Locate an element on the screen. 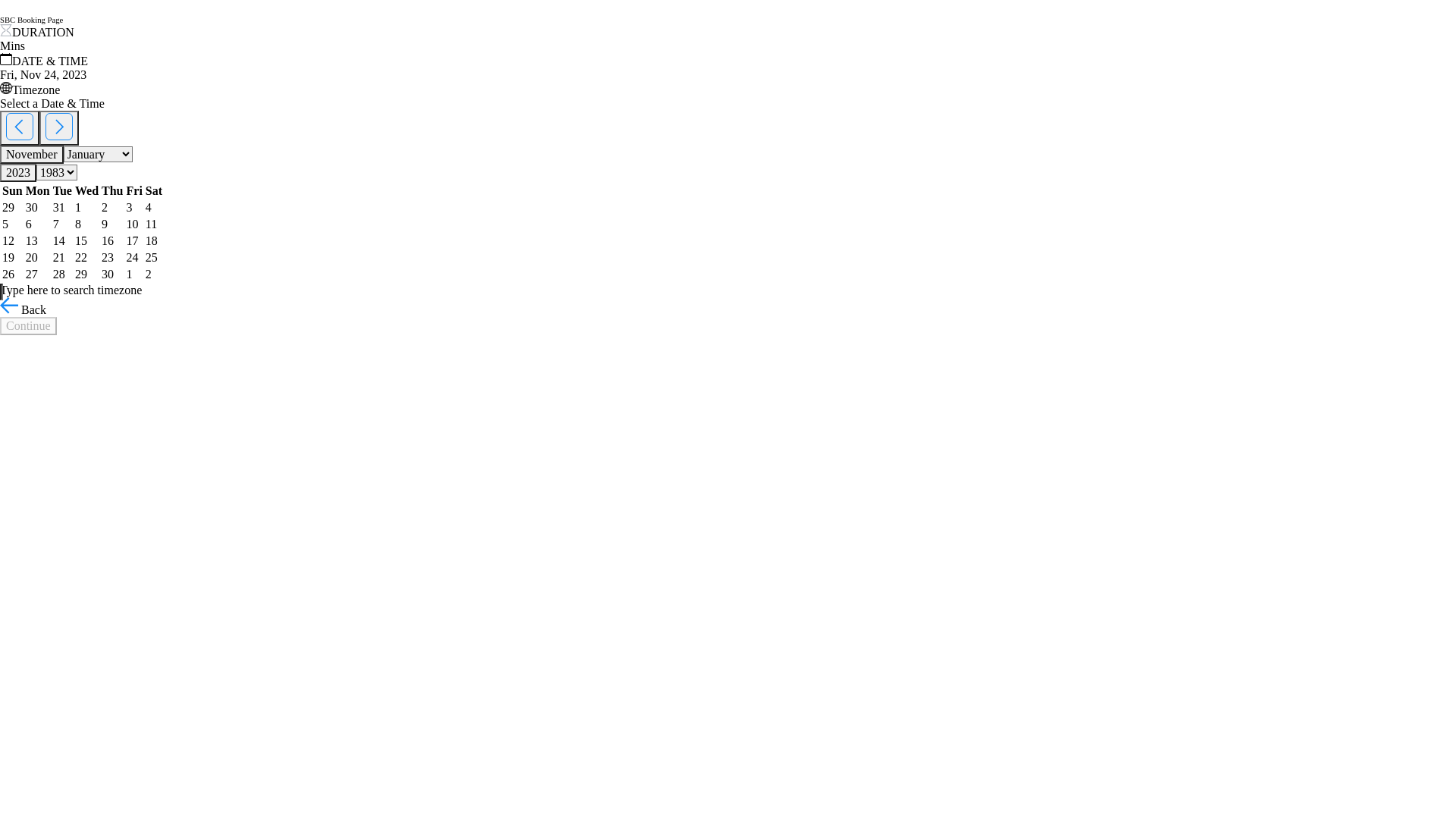 This screenshot has width=1456, height=819. 'Previous month' is located at coordinates (19, 127).